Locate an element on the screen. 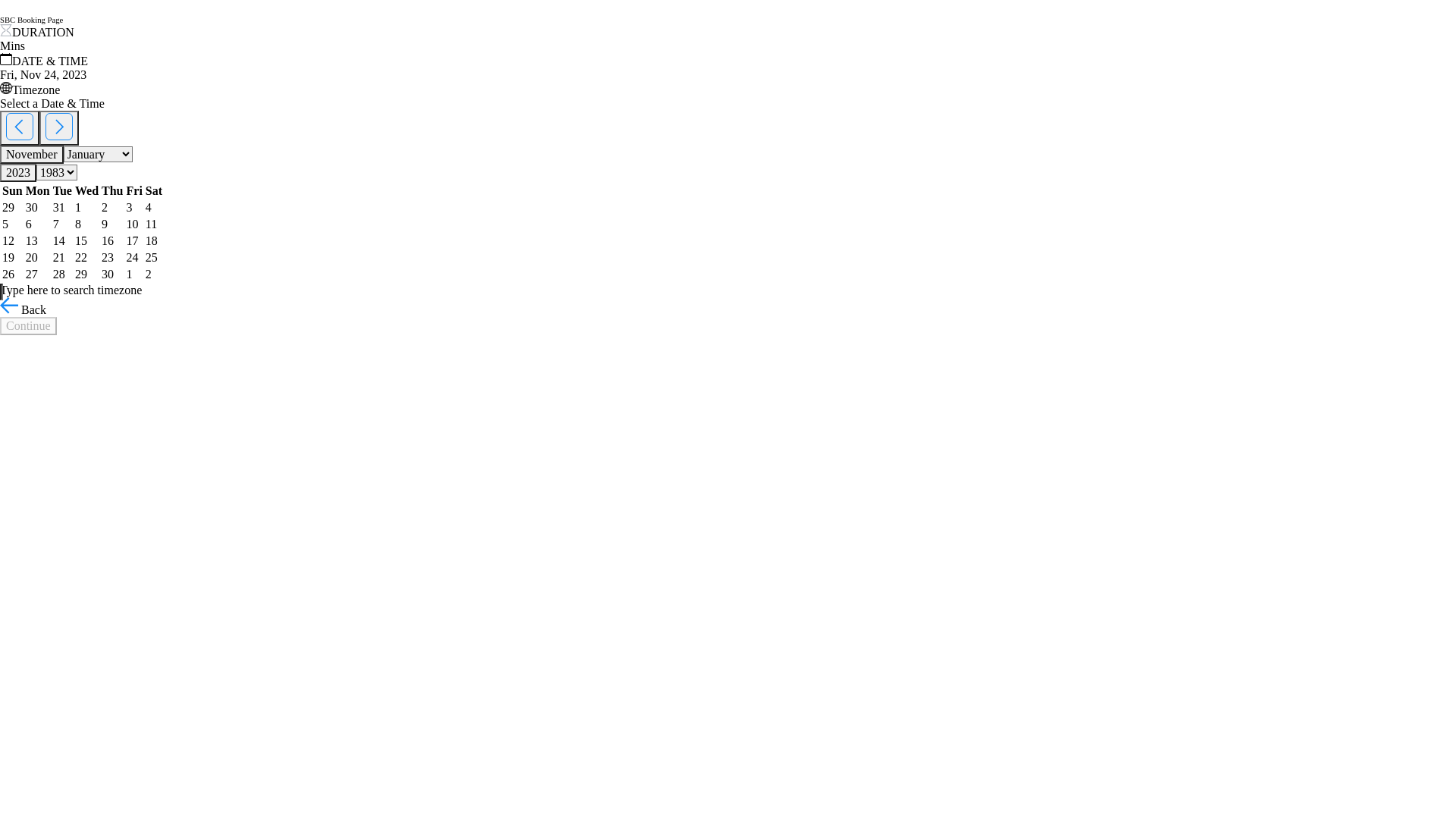 This screenshot has width=1456, height=819. 'Previous month' is located at coordinates (19, 127).